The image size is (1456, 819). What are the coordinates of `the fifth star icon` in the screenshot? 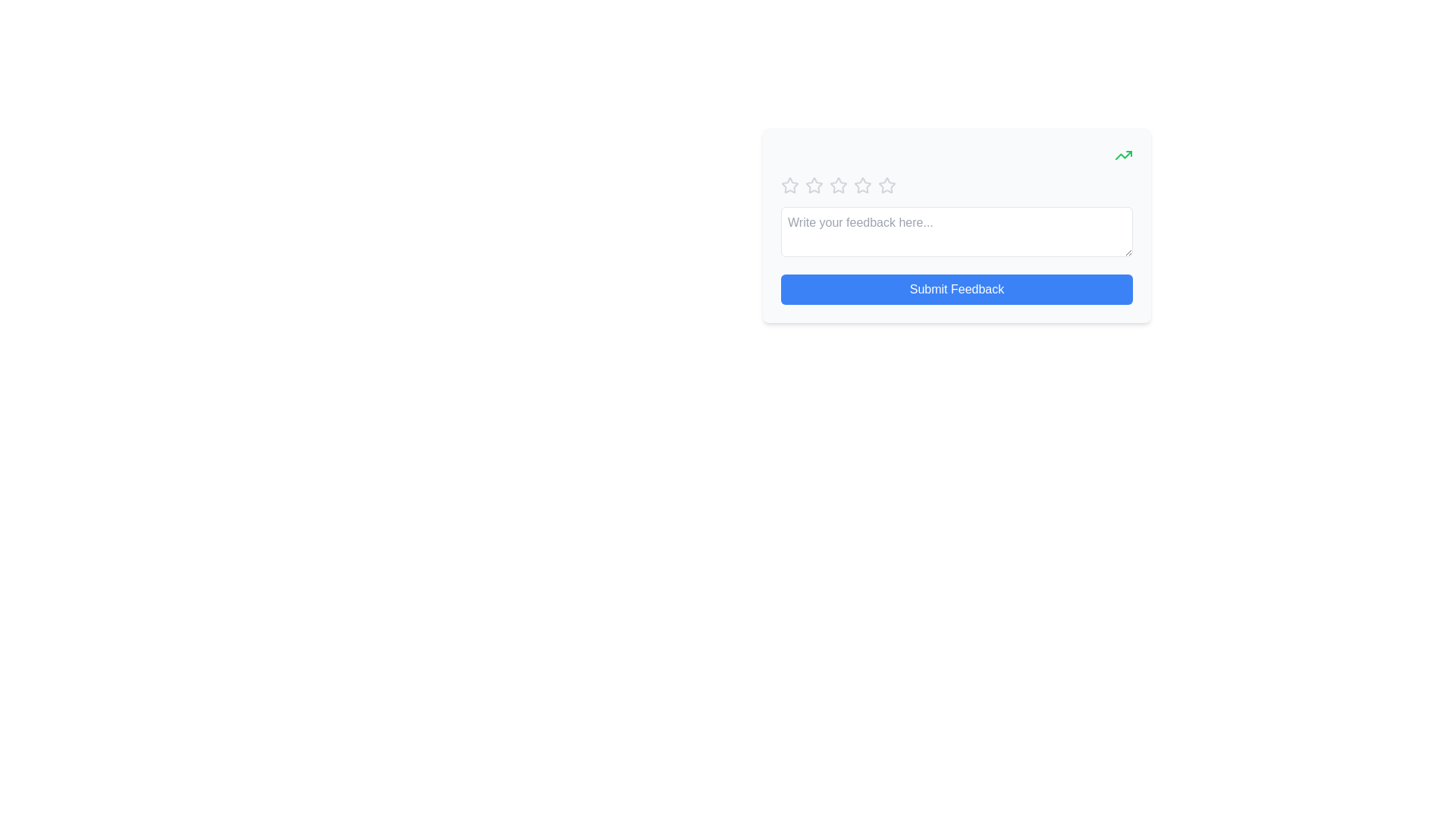 It's located at (887, 184).